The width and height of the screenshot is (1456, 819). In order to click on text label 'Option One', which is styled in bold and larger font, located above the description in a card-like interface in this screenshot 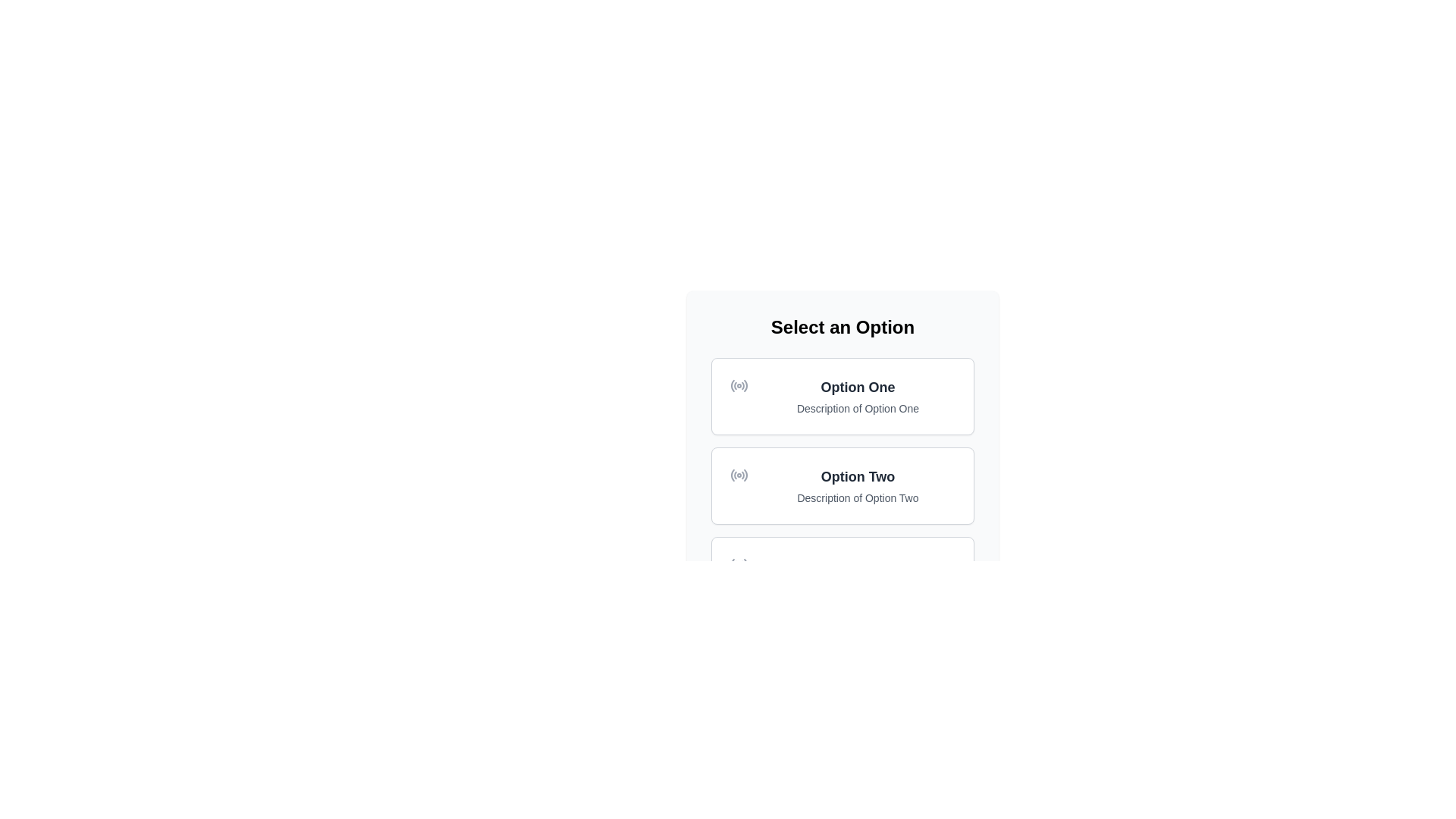, I will do `click(858, 386)`.